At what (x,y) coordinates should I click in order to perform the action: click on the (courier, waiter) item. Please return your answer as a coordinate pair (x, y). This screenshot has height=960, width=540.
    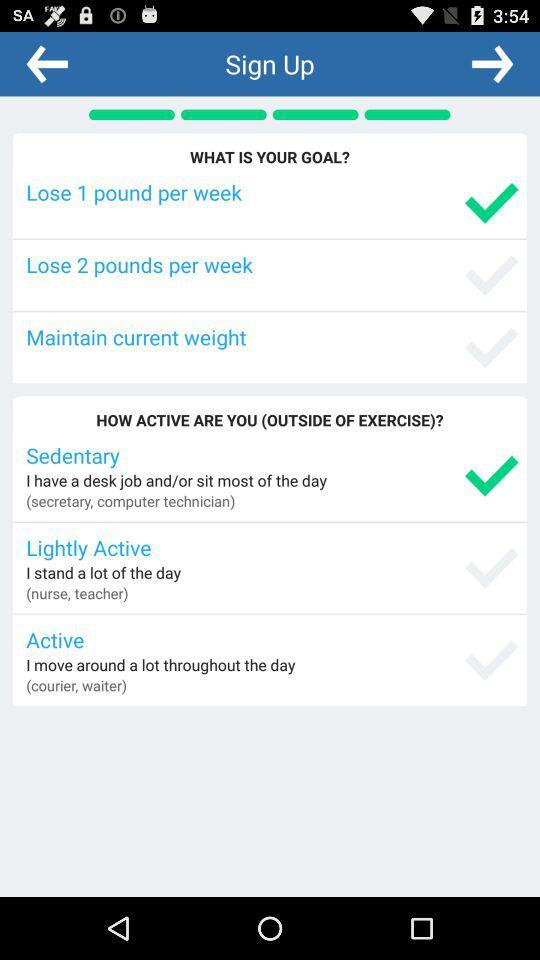
    Looking at the image, I should click on (75, 685).